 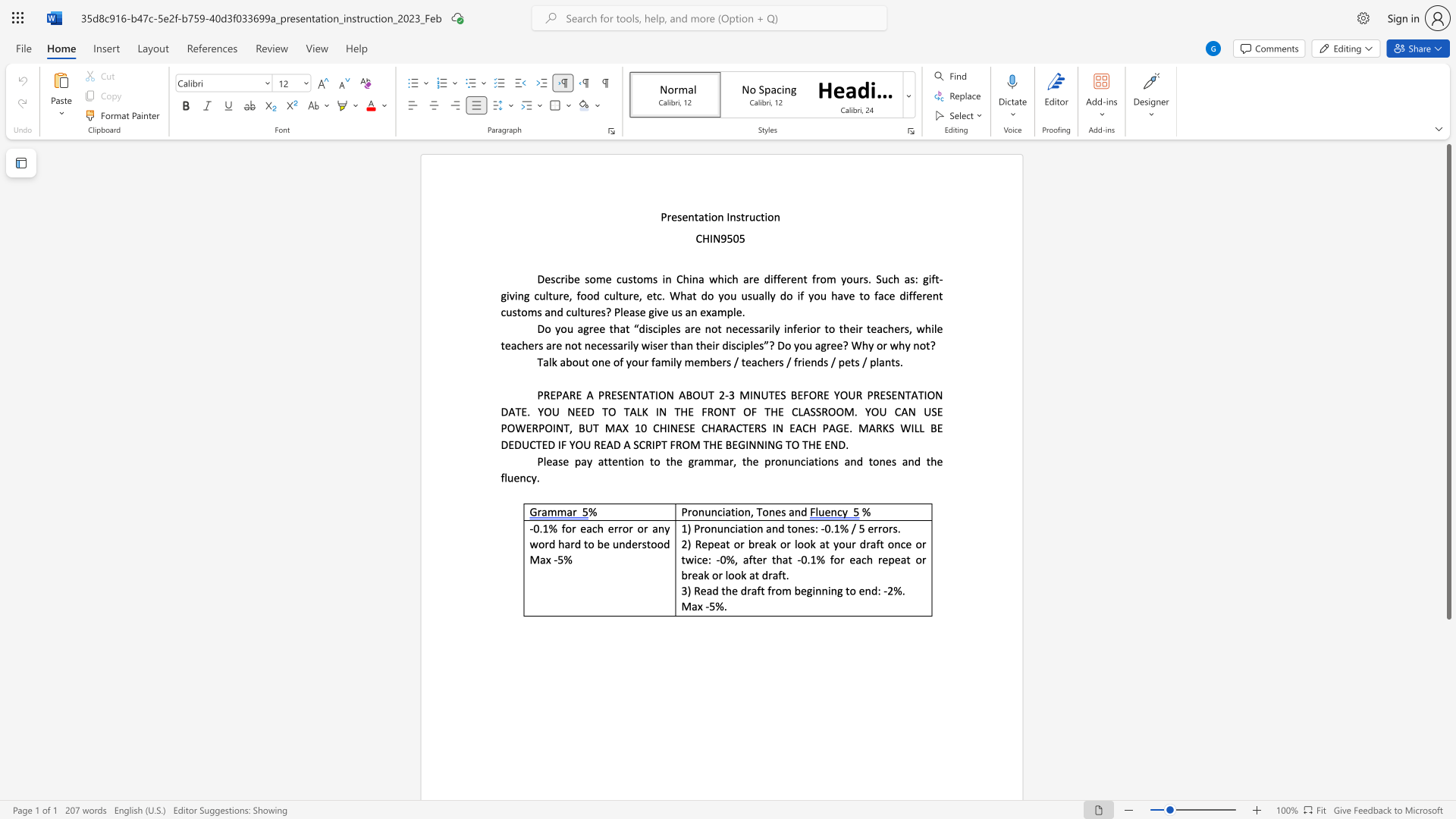 What do you see at coordinates (733, 512) in the screenshot?
I see `the 1th character "t" in the text` at bounding box center [733, 512].